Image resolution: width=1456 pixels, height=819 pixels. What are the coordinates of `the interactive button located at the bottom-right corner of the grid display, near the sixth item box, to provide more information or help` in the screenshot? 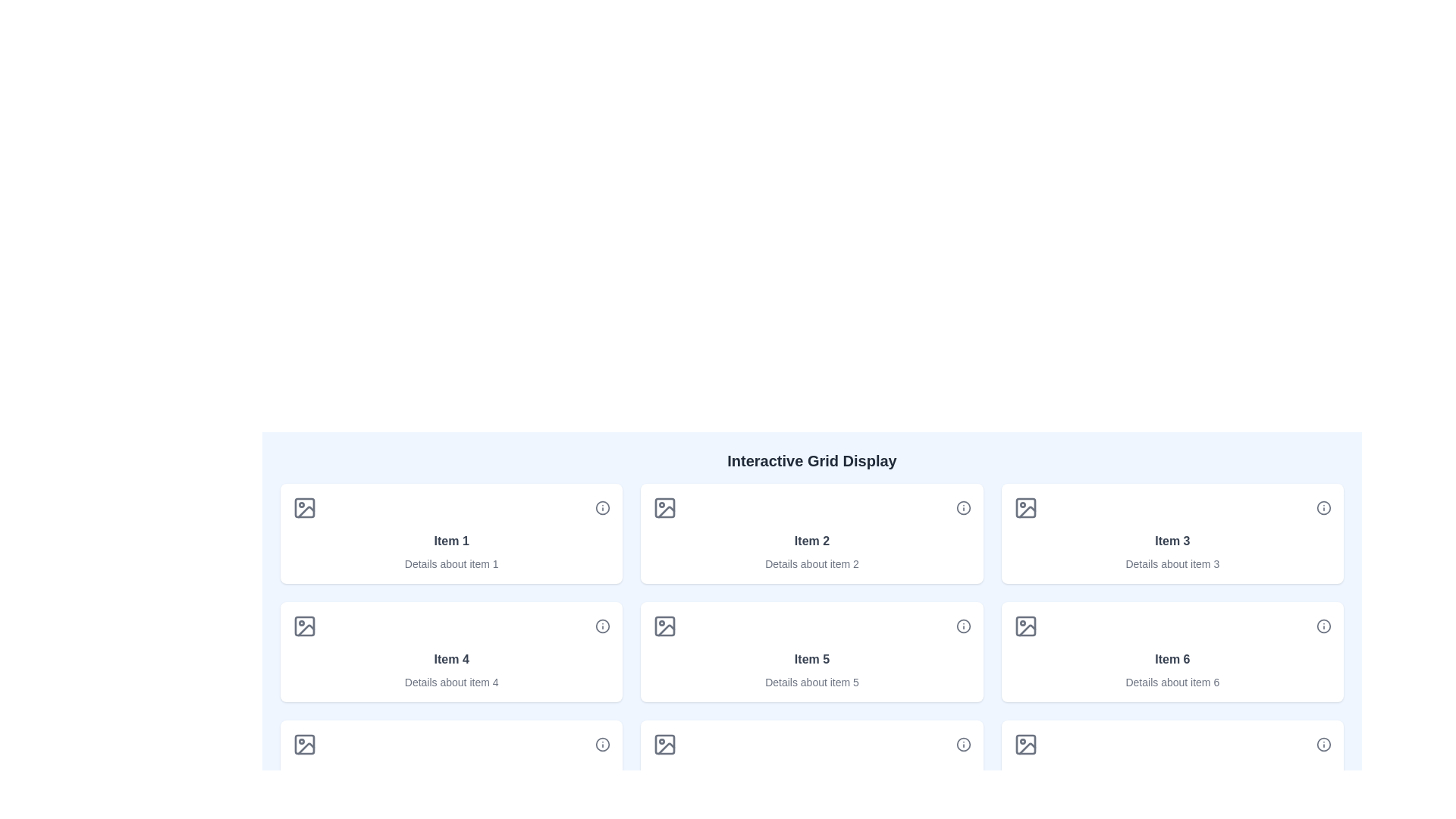 It's located at (1323, 744).